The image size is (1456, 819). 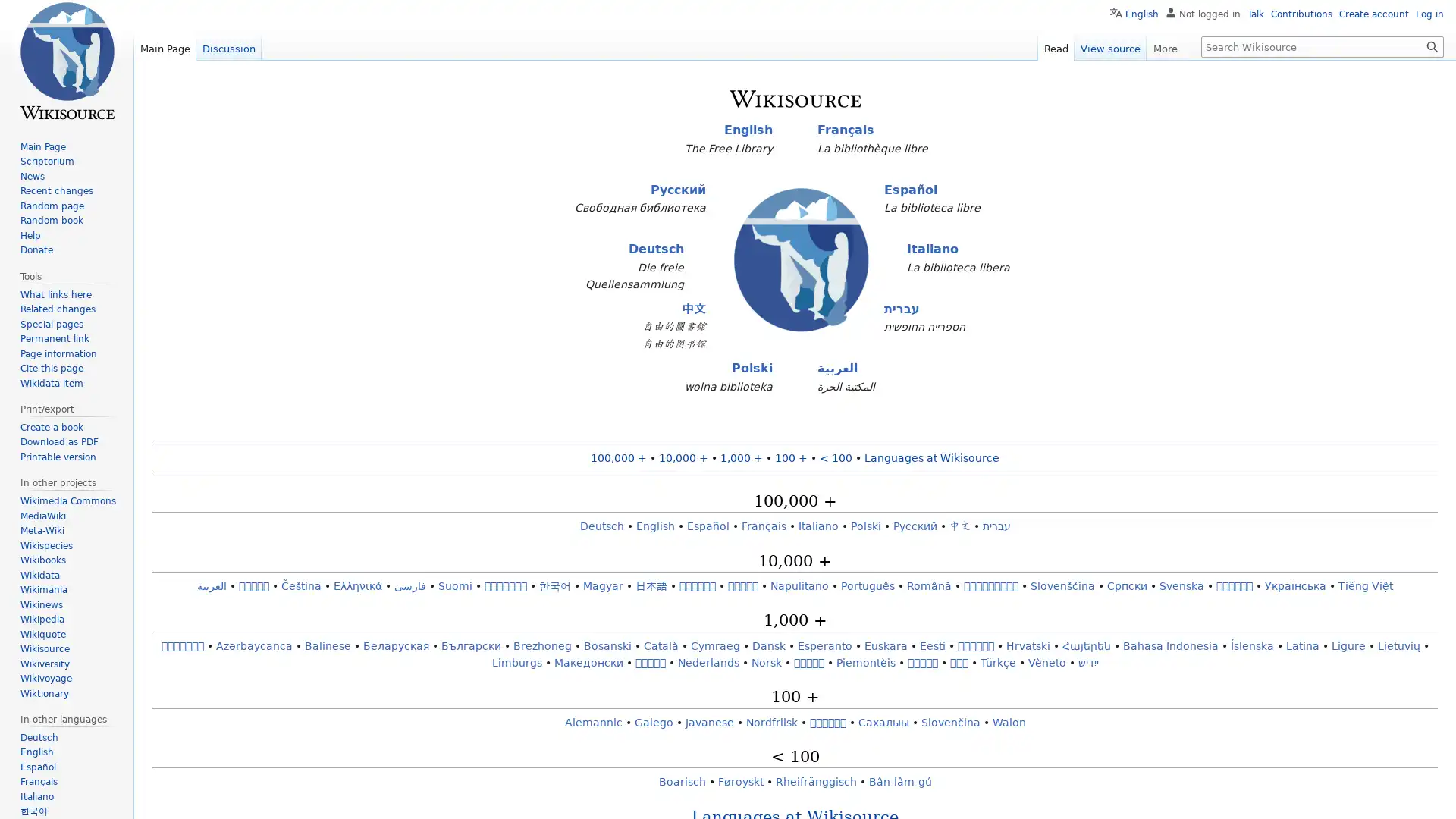 I want to click on Go, so click(x=1432, y=45).